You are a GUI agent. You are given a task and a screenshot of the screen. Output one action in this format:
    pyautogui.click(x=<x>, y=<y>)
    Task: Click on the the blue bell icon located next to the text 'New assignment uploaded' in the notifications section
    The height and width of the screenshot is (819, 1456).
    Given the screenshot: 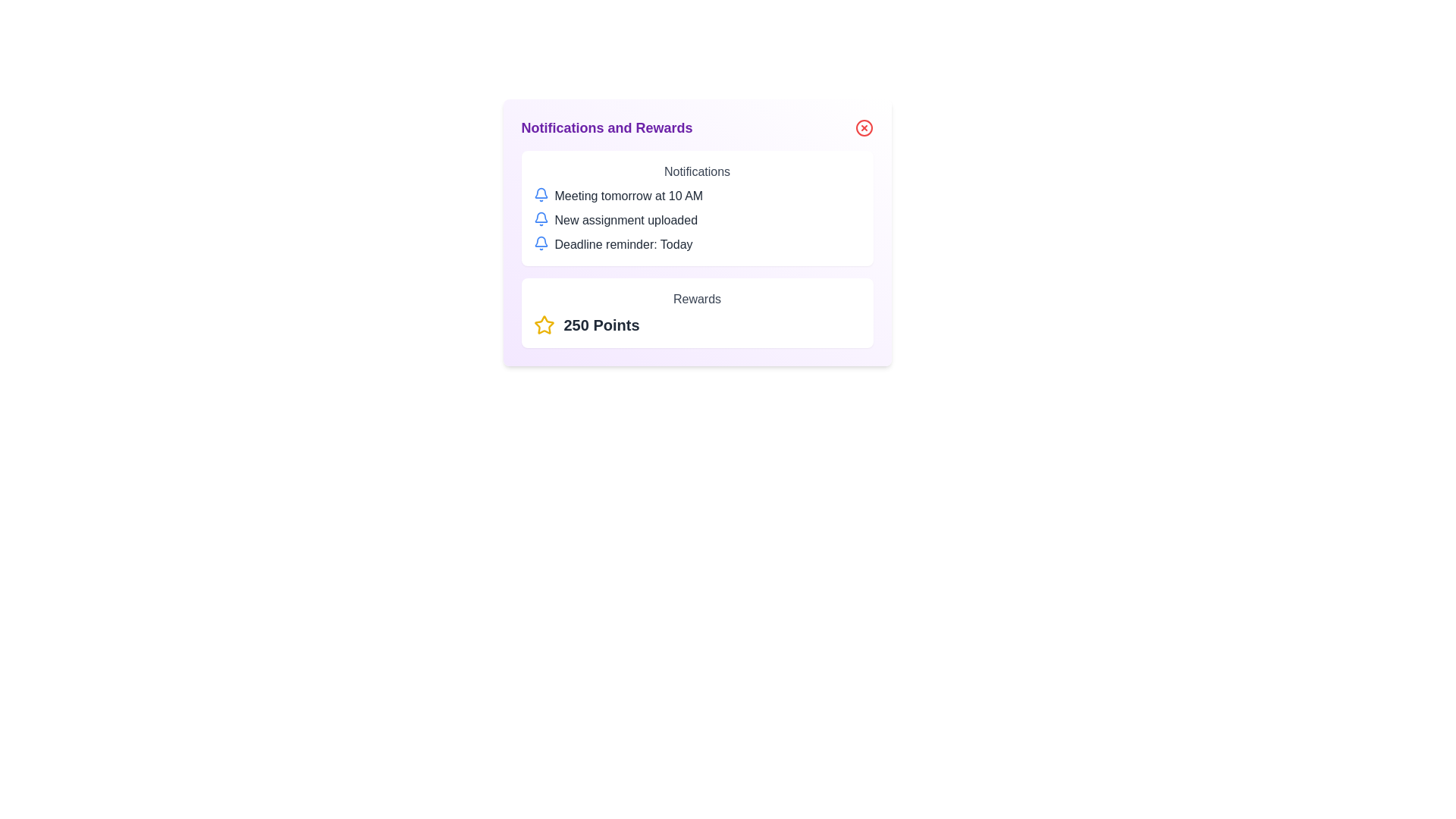 What is the action you would take?
    pyautogui.click(x=541, y=219)
    